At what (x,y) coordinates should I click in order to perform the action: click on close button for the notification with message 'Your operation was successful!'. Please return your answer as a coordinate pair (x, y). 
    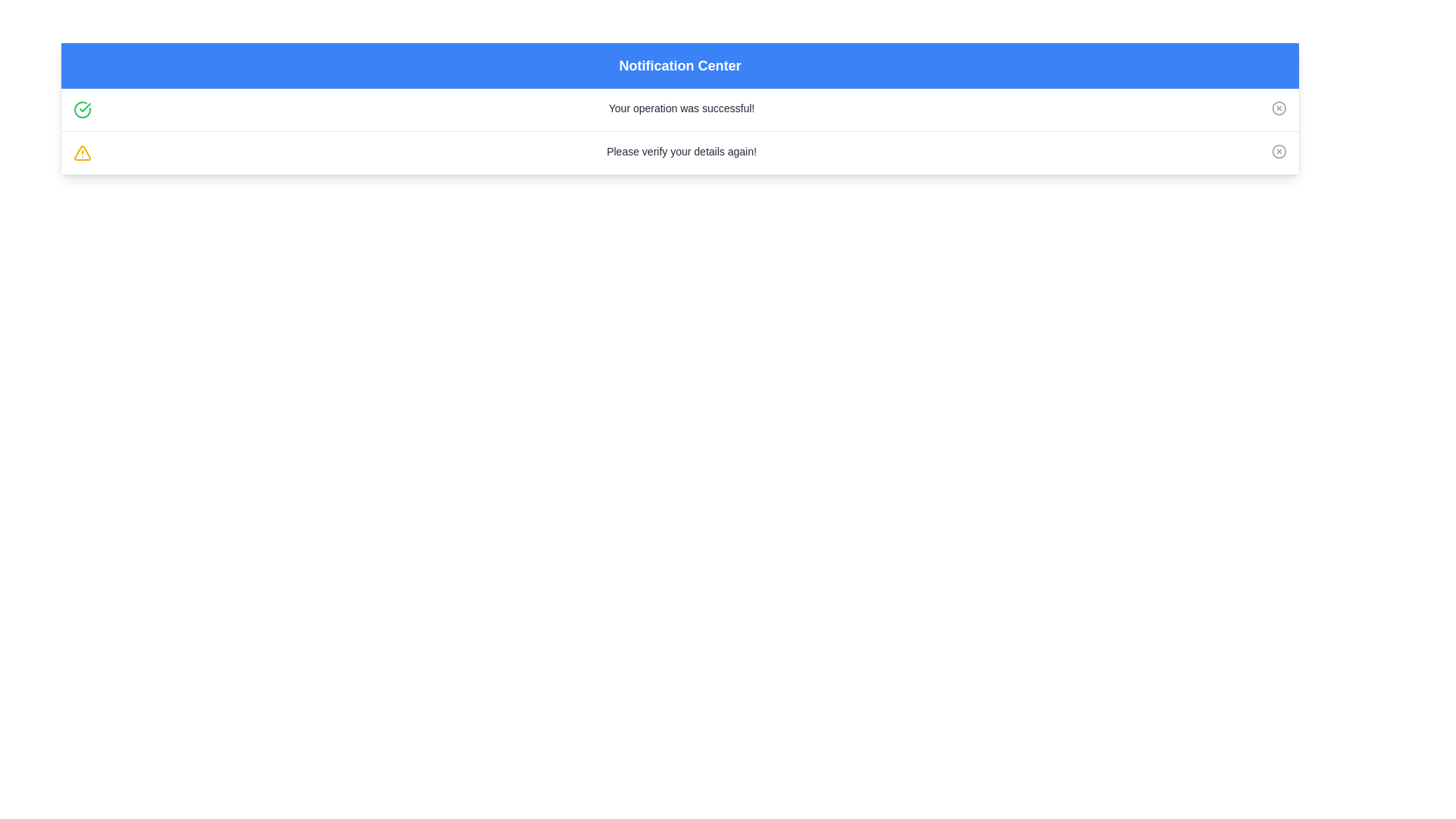
    Looking at the image, I should click on (1278, 107).